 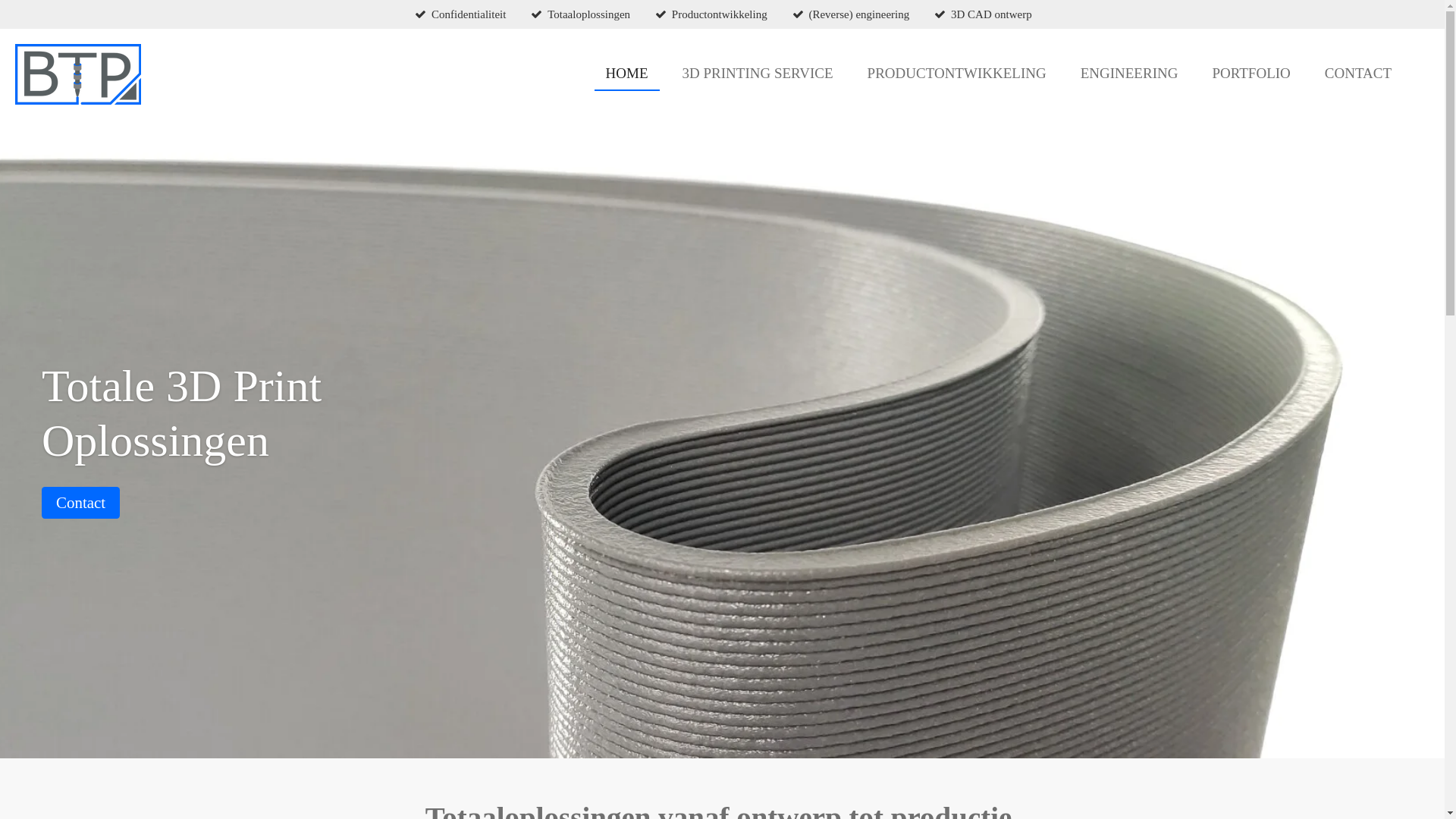 What do you see at coordinates (626, 74) in the screenshot?
I see `'HOME'` at bounding box center [626, 74].